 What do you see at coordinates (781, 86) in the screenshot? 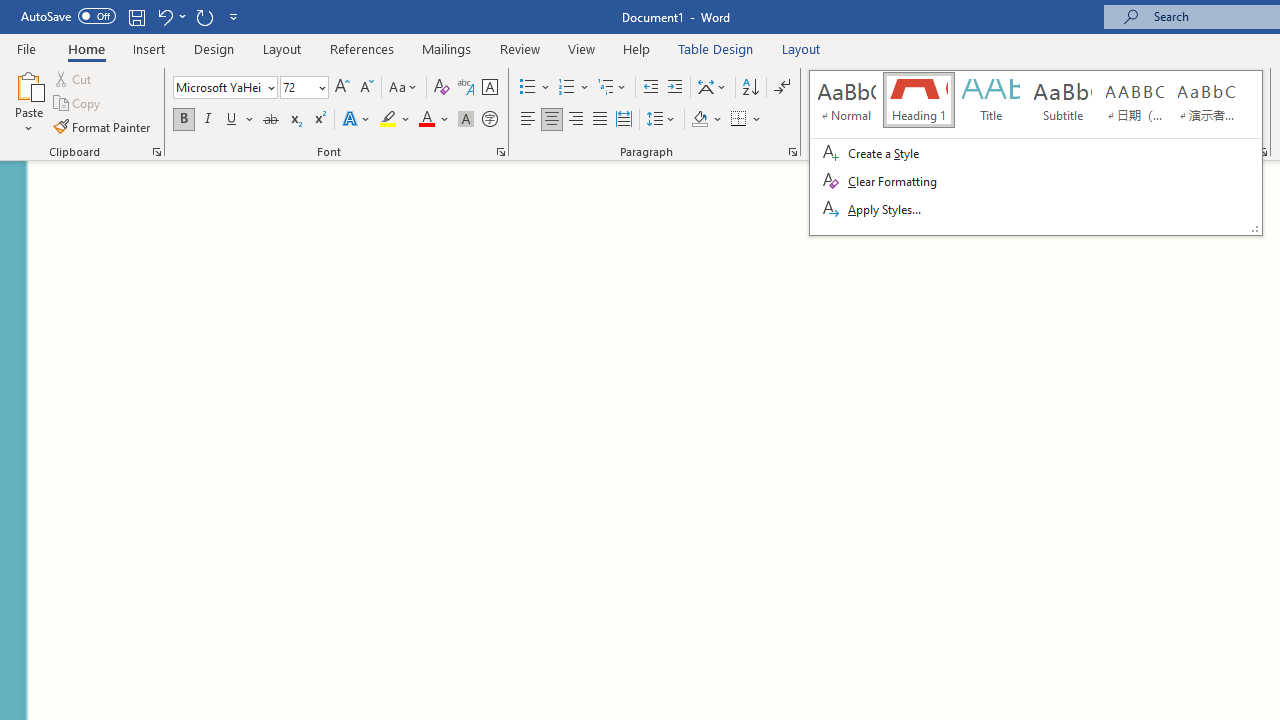
I see `'Show/Hide Editing Marks'` at bounding box center [781, 86].